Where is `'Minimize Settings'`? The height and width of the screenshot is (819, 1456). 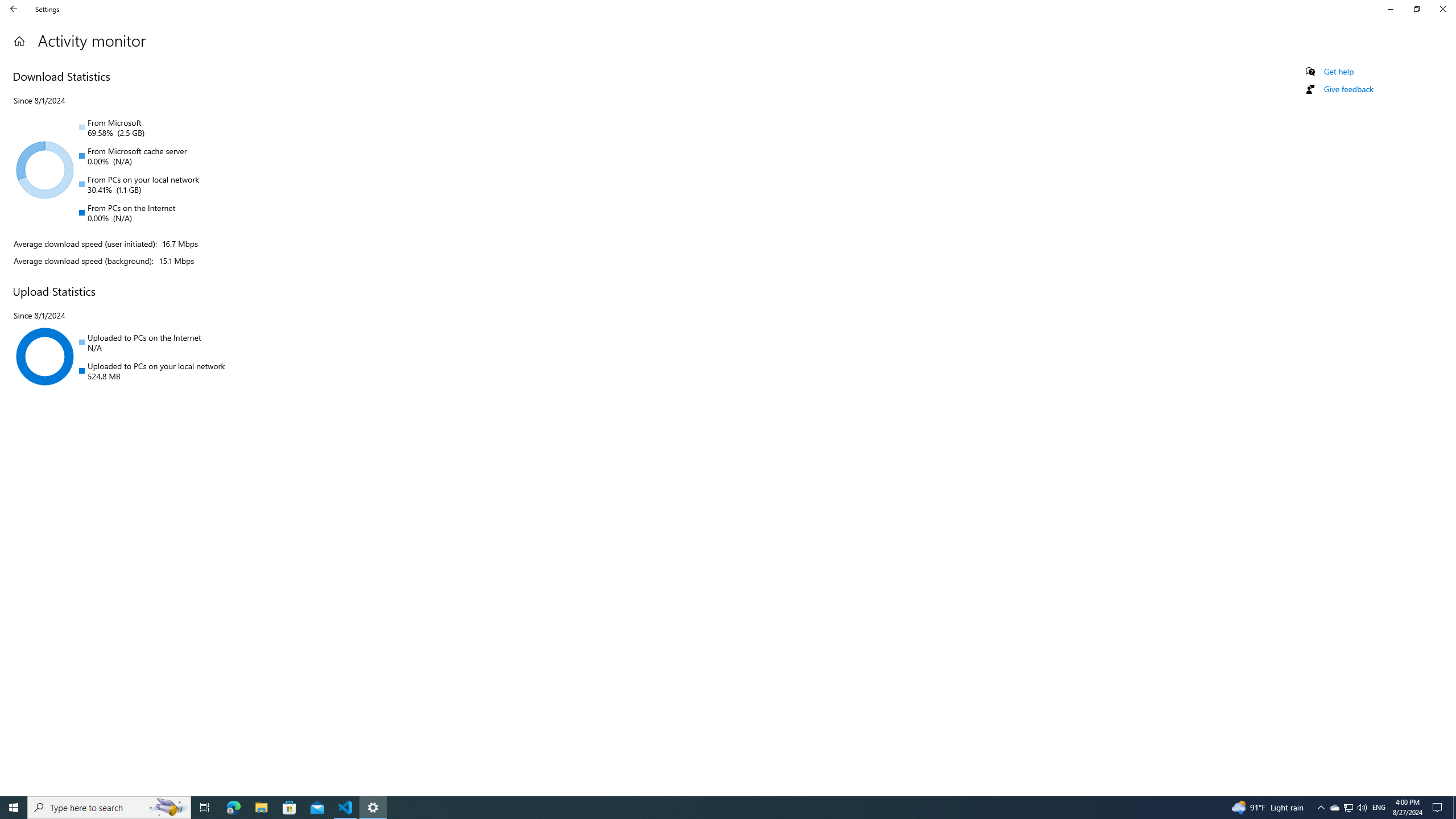
'Minimize Settings' is located at coordinates (1389, 9).